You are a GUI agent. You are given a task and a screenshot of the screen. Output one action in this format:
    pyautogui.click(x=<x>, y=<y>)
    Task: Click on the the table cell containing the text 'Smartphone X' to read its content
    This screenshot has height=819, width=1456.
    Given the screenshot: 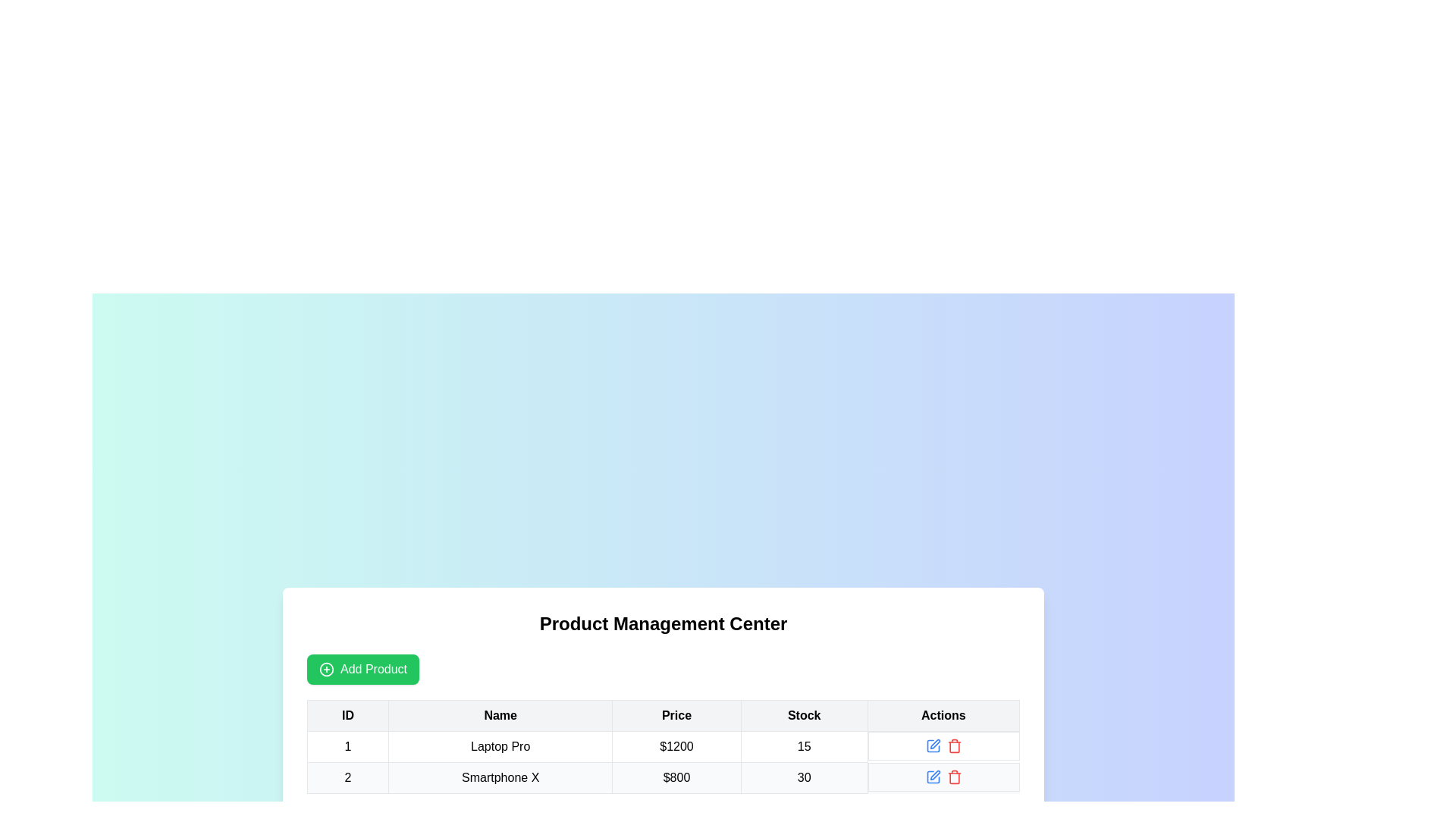 What is the action you would take?
    pyautogui.click(x=500, y=778)
    